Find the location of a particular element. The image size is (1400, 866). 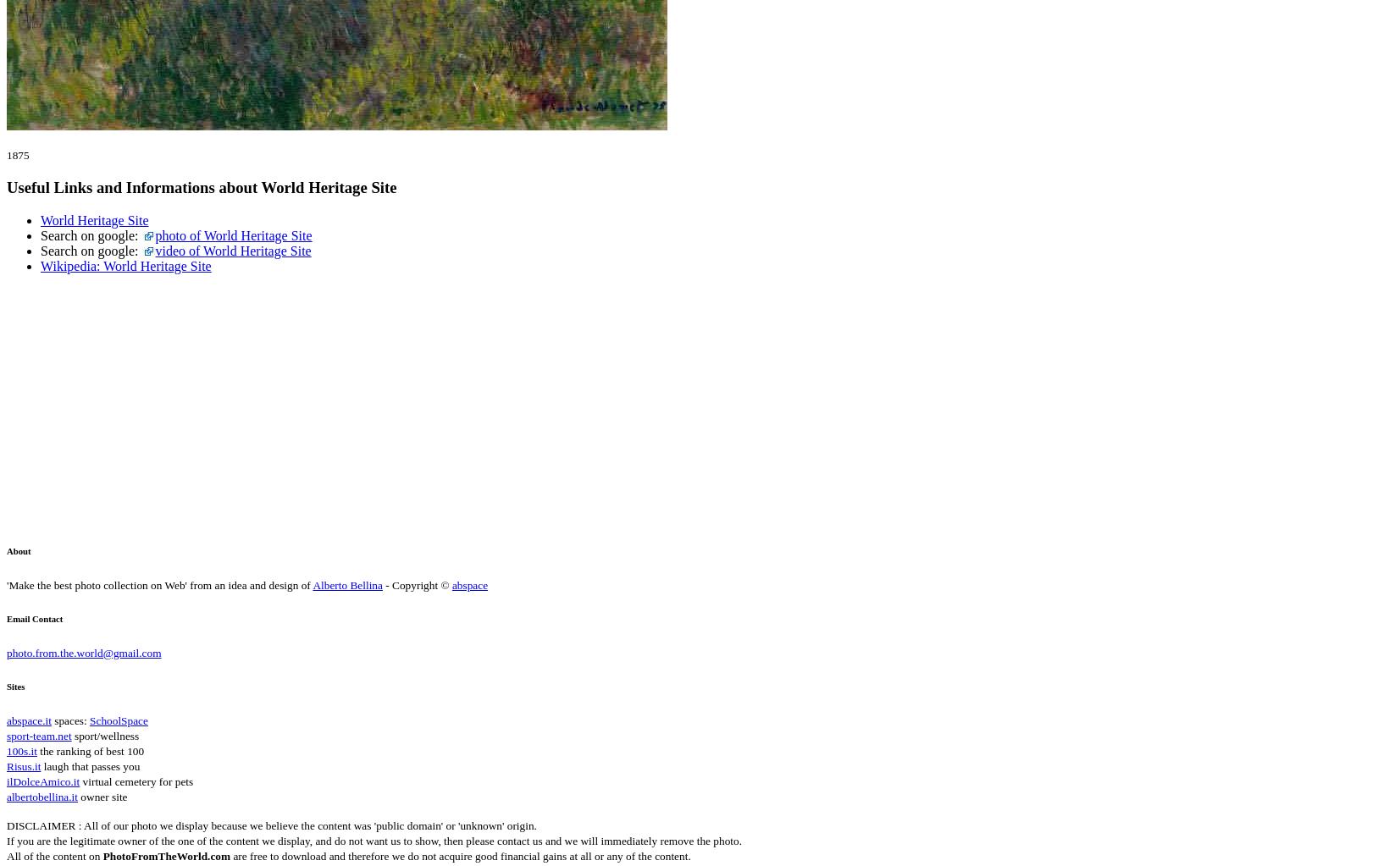

'100s.it' is located at coordinates (20, 750).